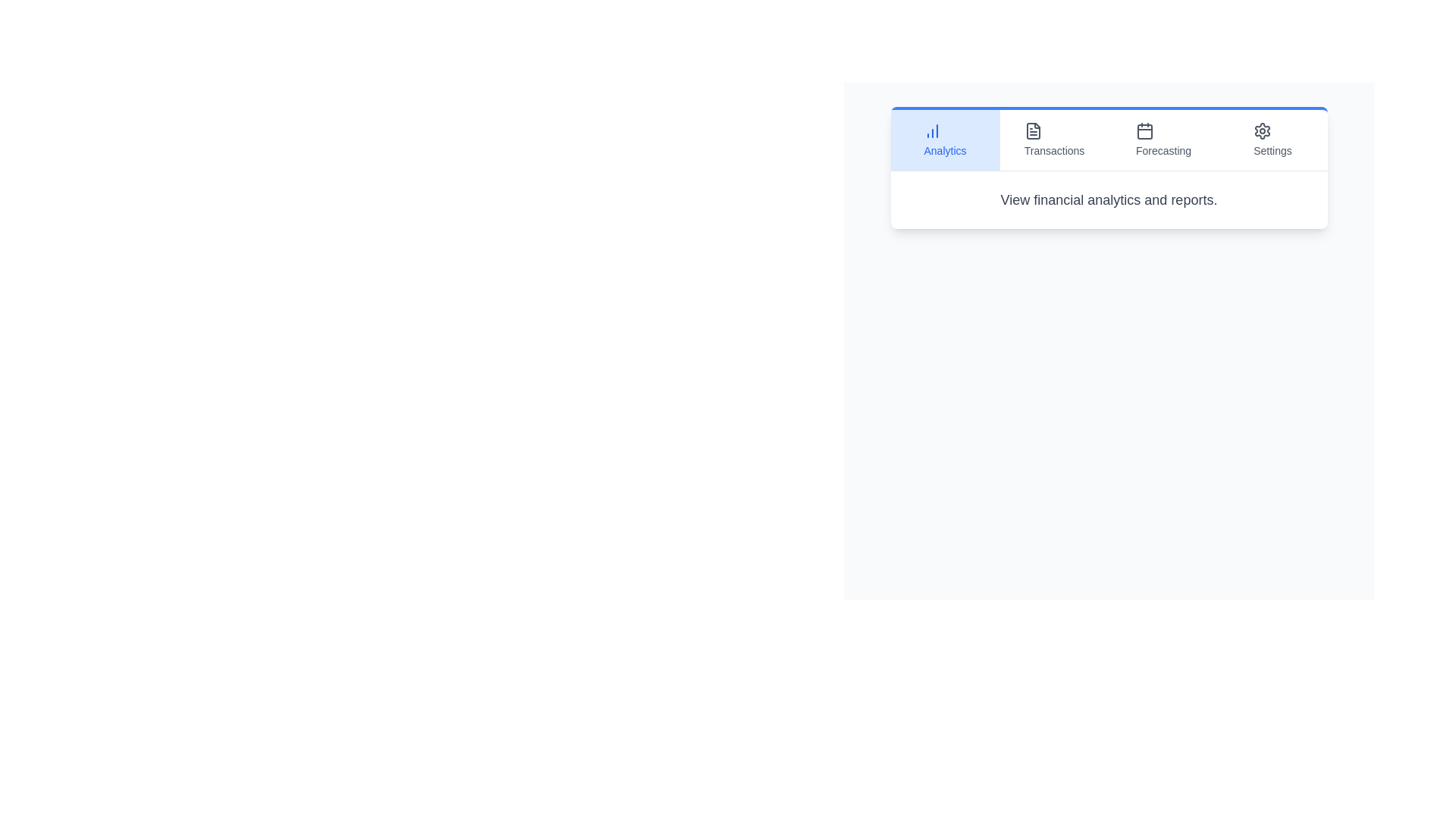 Image resolution: width=1456 pixels, height=819 pixels. I want to click on the tab labeled Forecasting, so click(1163, 140).